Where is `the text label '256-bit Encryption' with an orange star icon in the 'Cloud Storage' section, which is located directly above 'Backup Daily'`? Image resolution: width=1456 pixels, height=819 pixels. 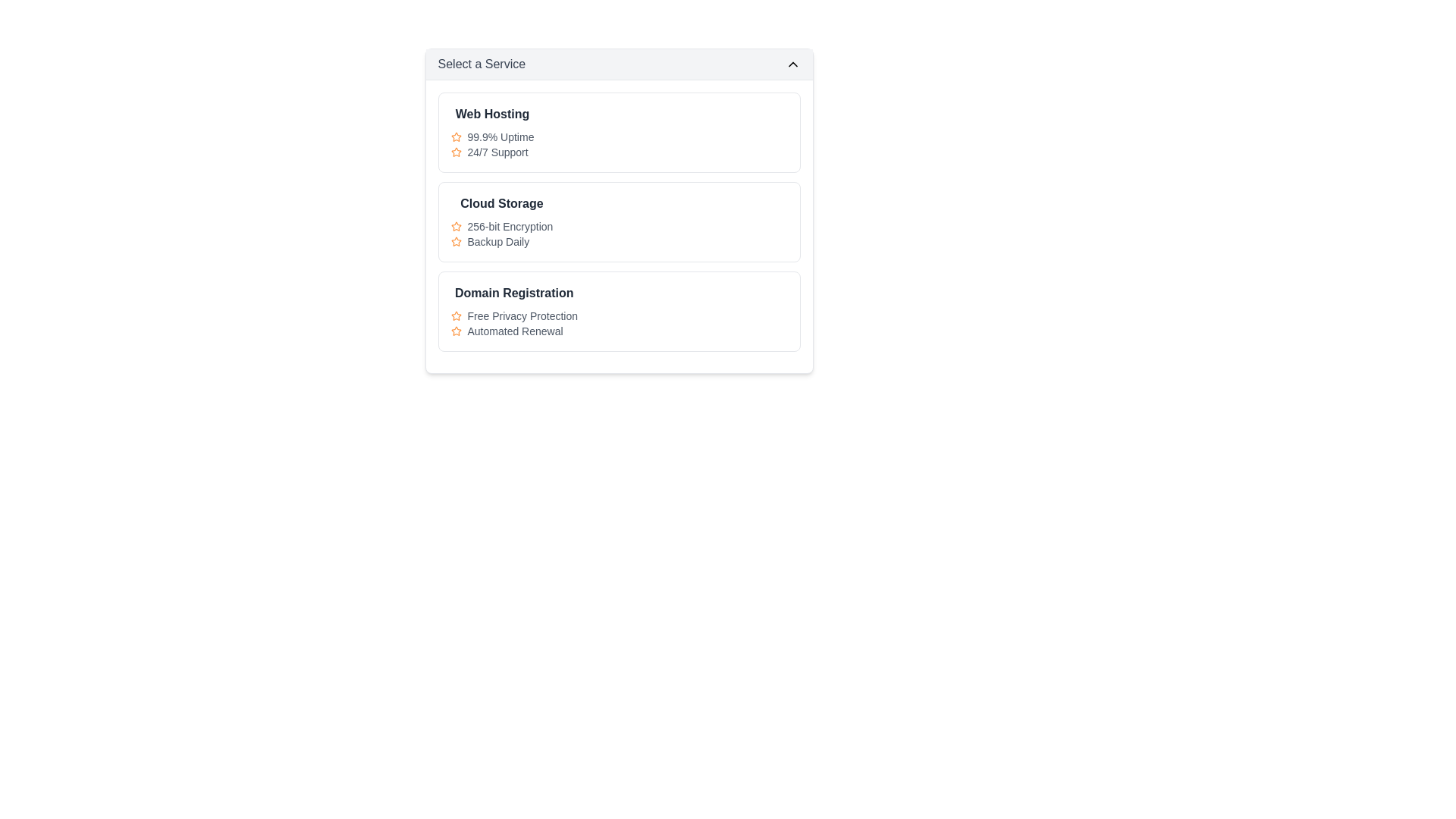
the text label '256-bit Encryption' with an orange star icon in the 'Cloud Storage' section, which is located directly above 'Backup Daily' is located at coordinates (502, 227).